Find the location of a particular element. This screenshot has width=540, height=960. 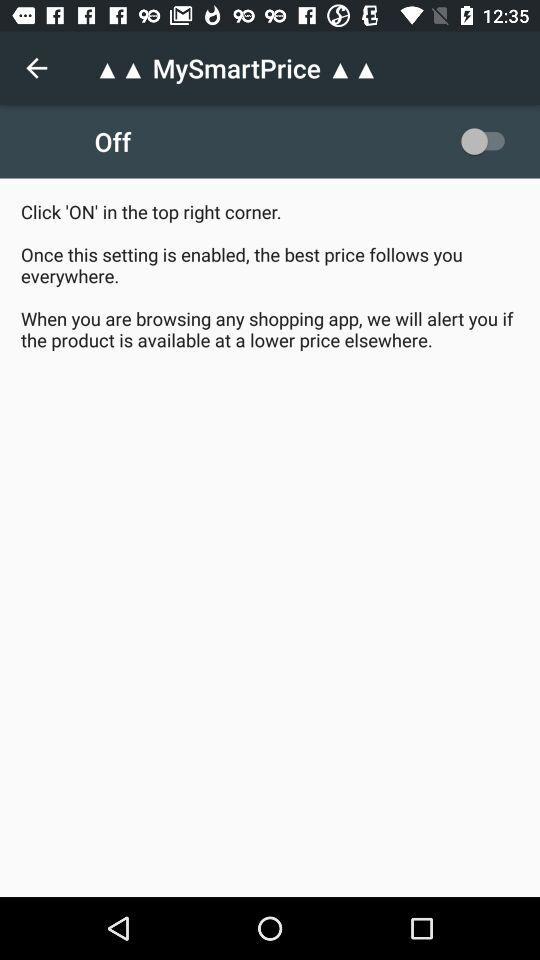

the app above the click on in icon is located at coordinates (36, 68).